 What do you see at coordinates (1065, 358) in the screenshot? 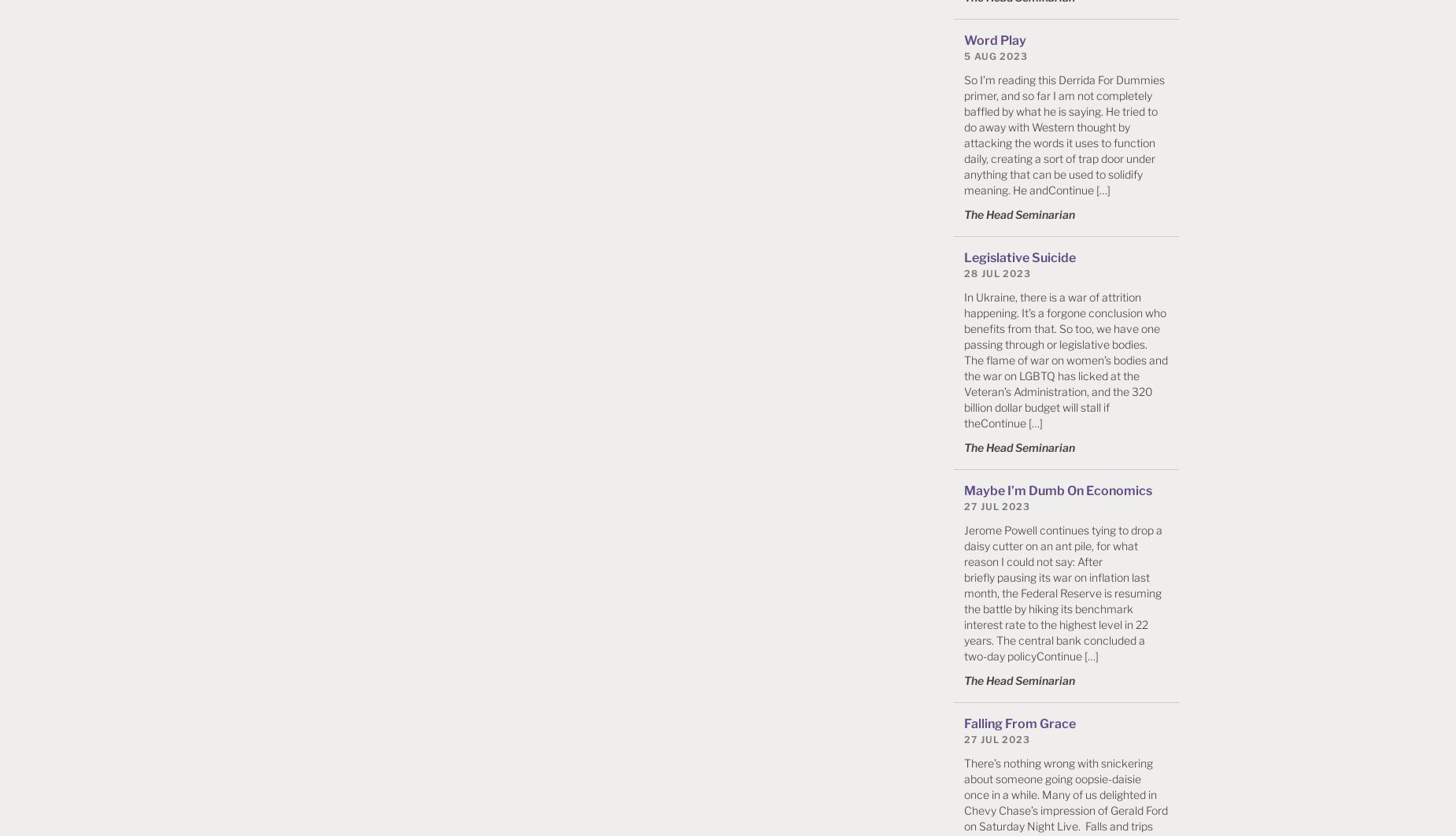
I see `'In Ukraine, there is a war of attrition happening. It’s a forgone conclusion who benefits from that. So too, we have one passing through or legislative bodies. The flame of war on women’s bodies and the war on LGBTQ has licked at the Veteran’s Administration, and the 320 billion dollar budget will stall if theContinue […]'` at bounding box center [1065, 358].